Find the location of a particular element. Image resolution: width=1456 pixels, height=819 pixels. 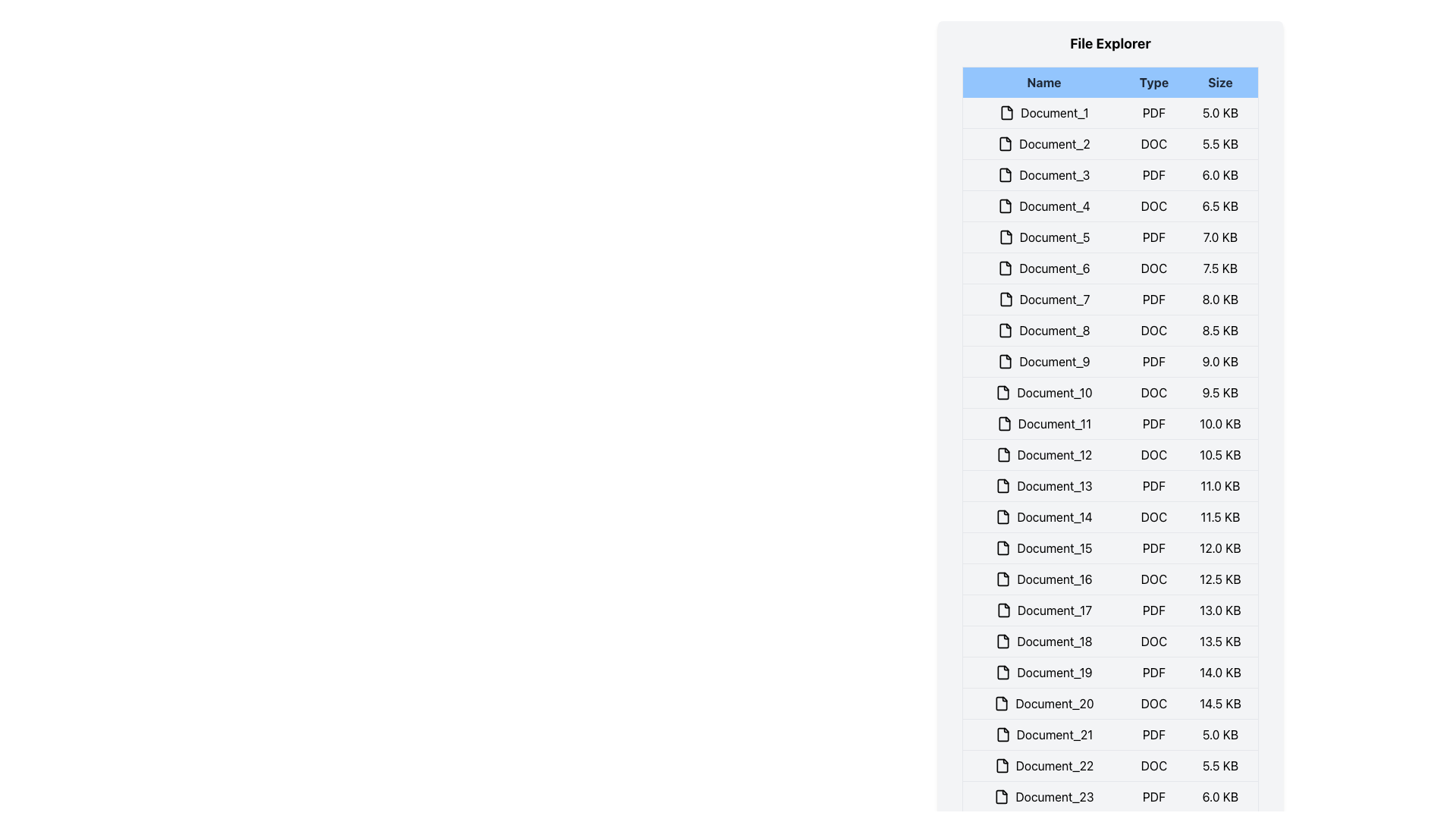

the file type icon located to the left of the text in the row corresponding to 'Document_4' in the file explorer is located at coordinates (1006, 206).